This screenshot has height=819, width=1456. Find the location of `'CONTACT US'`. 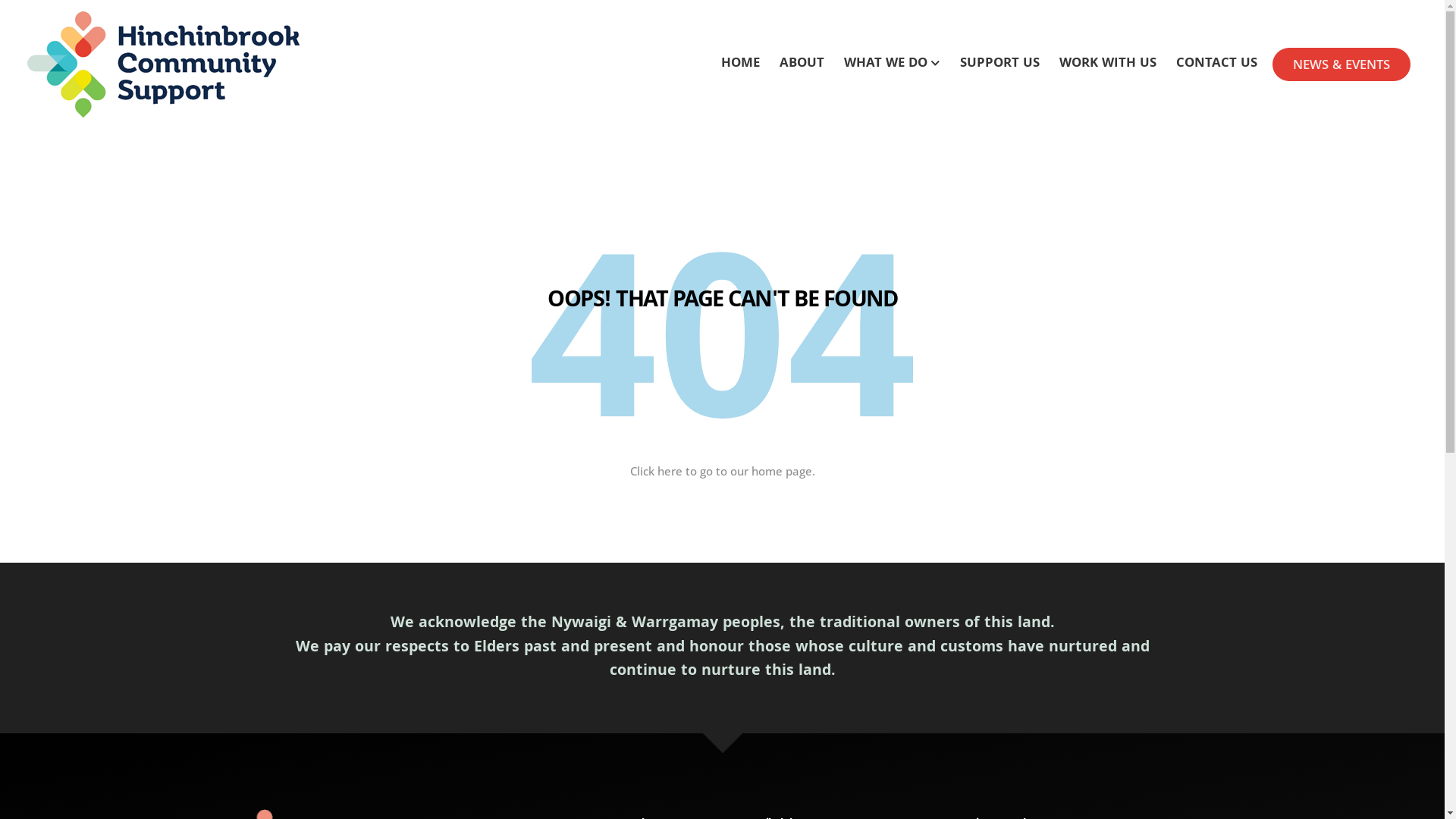

'CONTACT US' is located at coordinates (1216, 64).